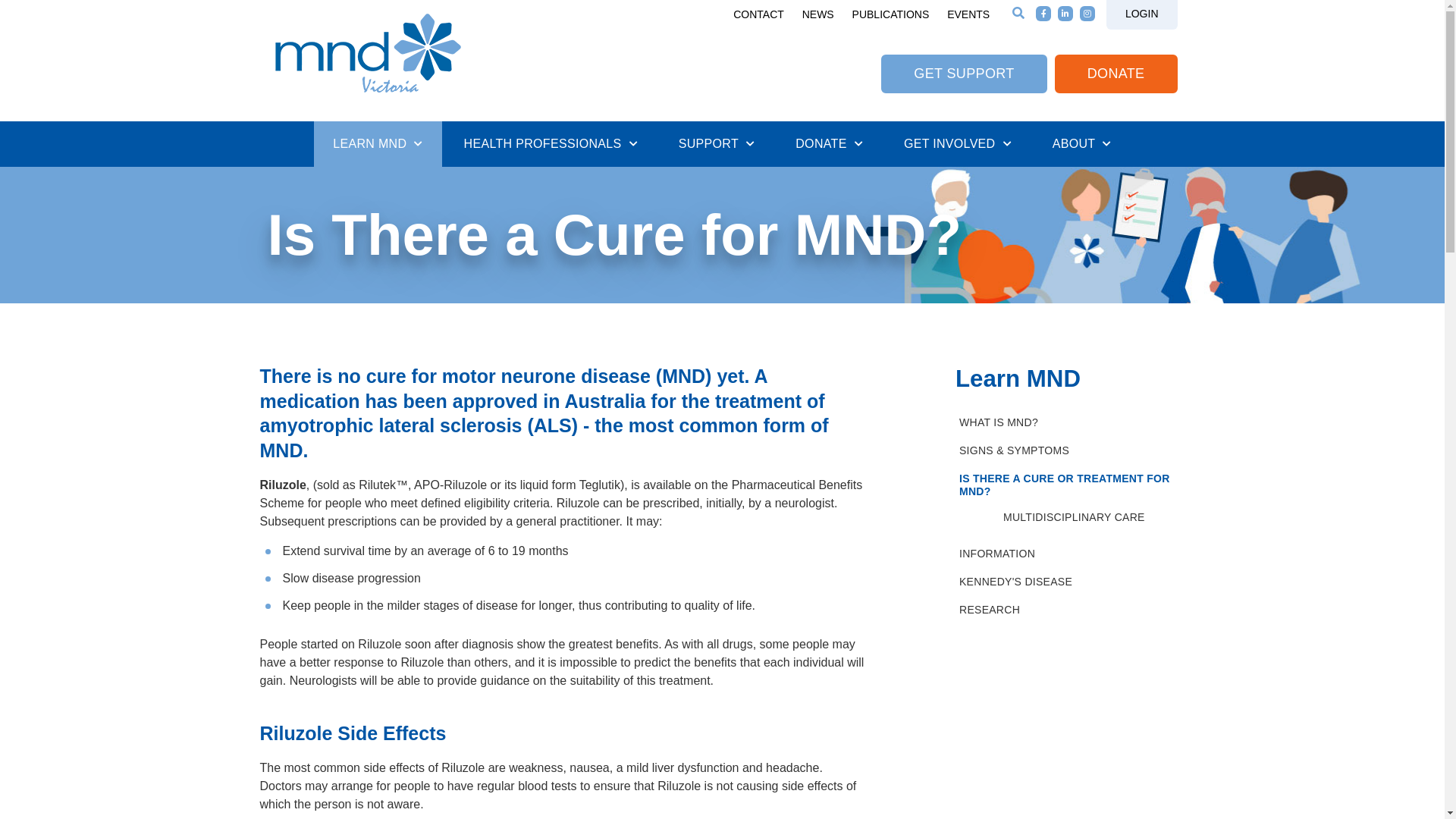  I want to click on 'SUPPORT', so click(716, 143).